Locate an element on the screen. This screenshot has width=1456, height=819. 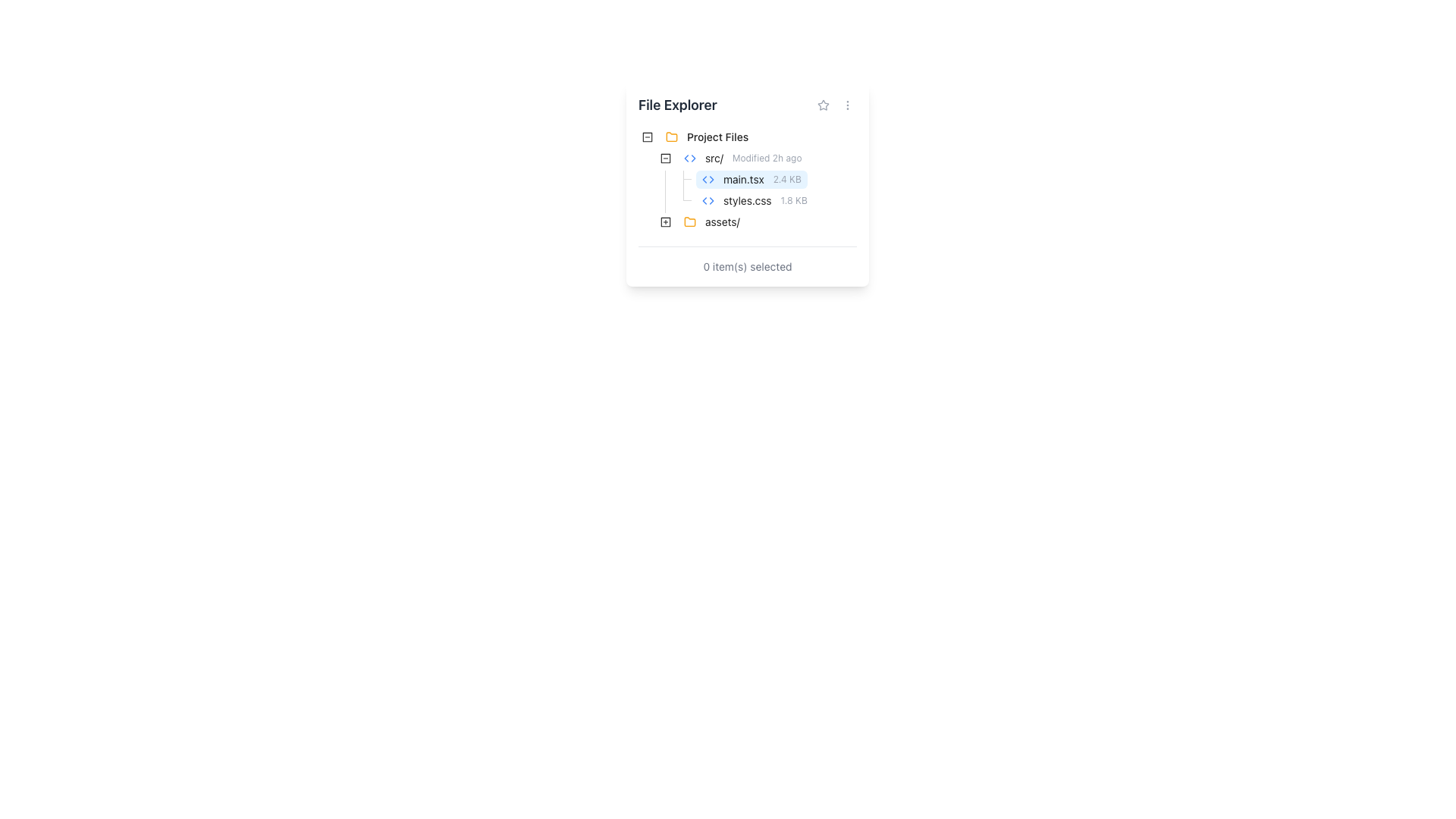
the square icon button located in the left panel of the 'File Explorer' interface, positioned near the 'assets/' folder, to interact with it is located at coordinates (666, 222).